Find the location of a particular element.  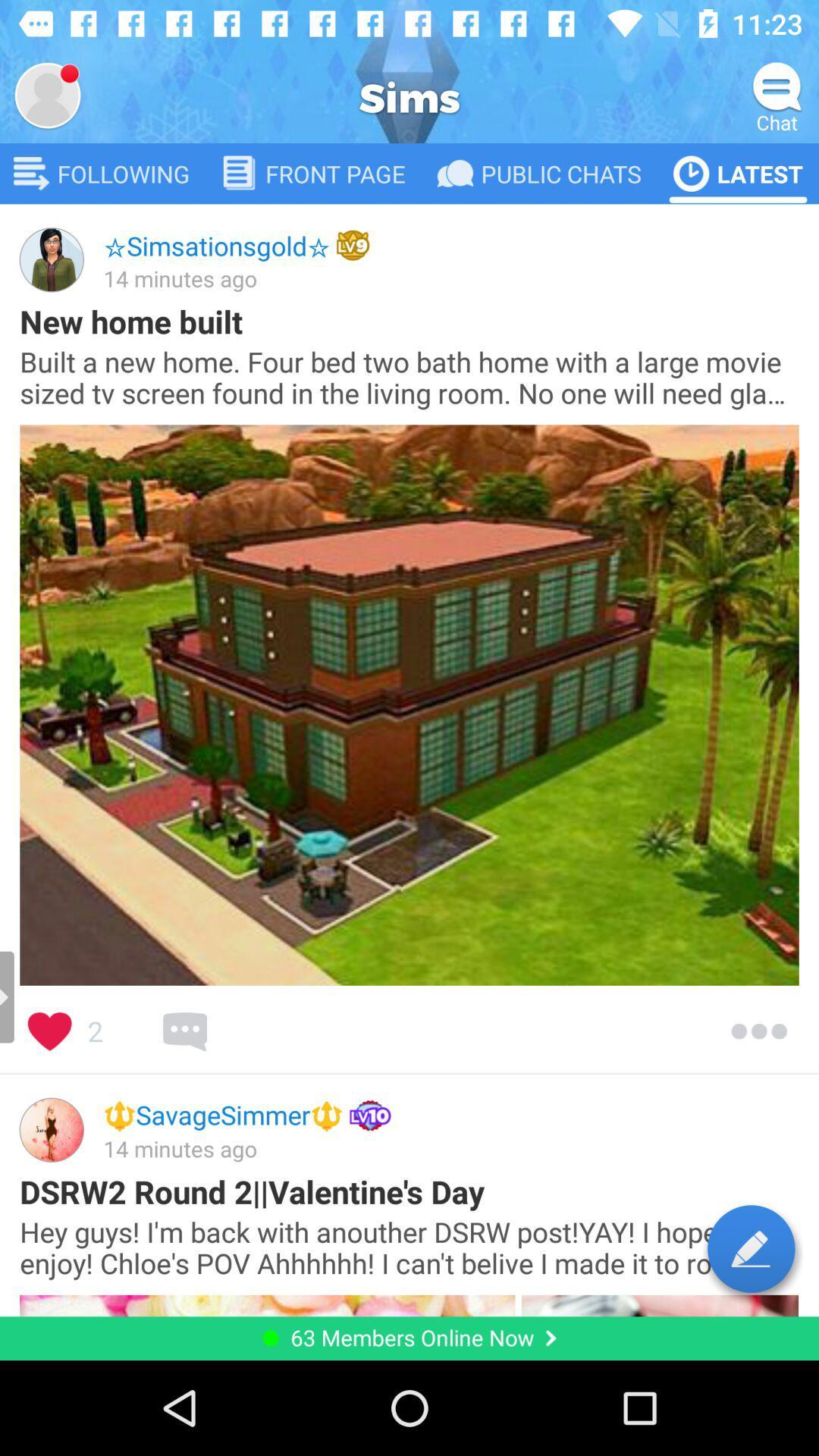

edit post is located at coordinates (751, 1248).